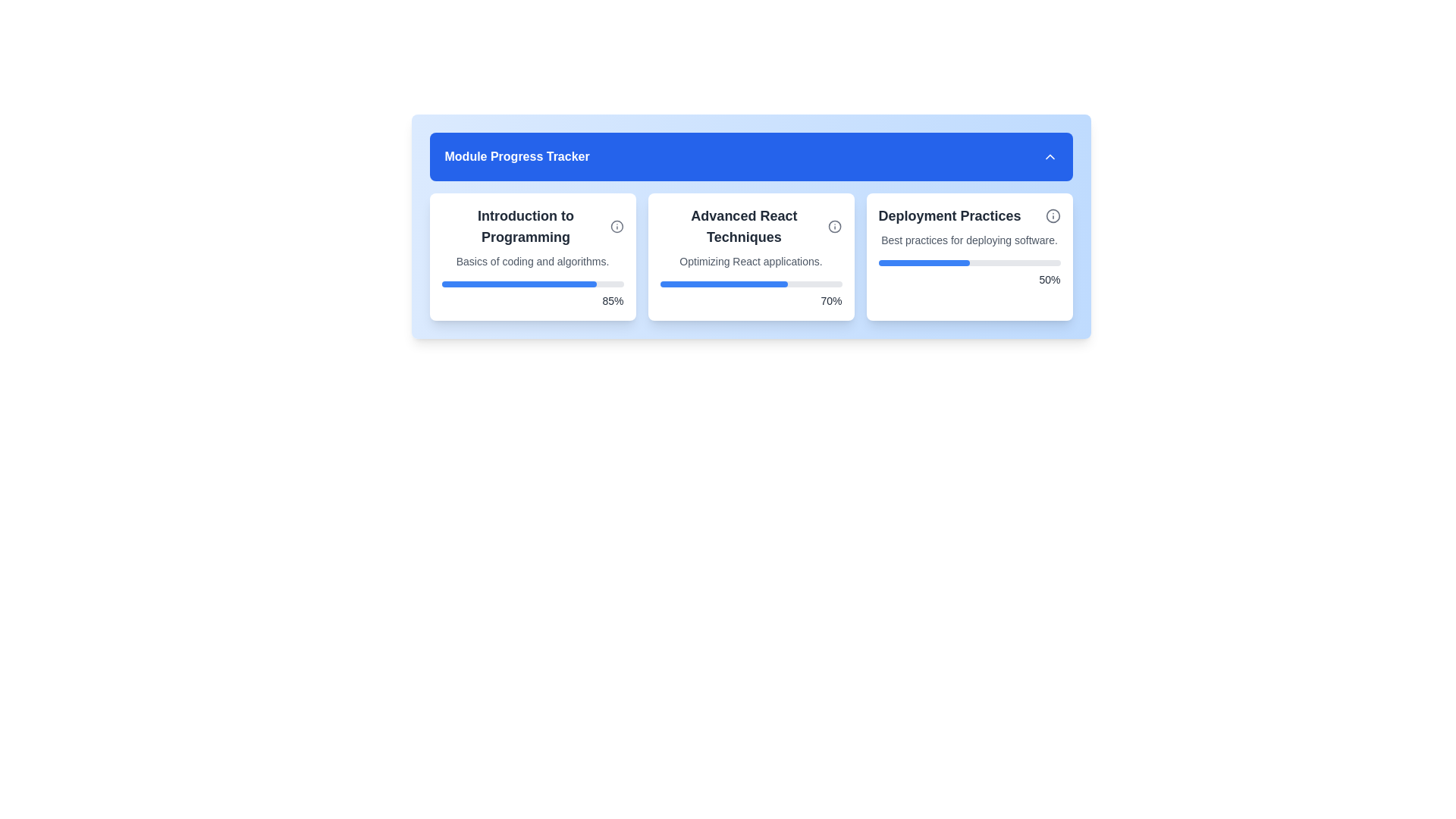  Describe the element at coordinates (723, 284) in the screenshot. I see `the progress indicator representing 70% completion of the 'Advanced React Techniques' task` at that location.